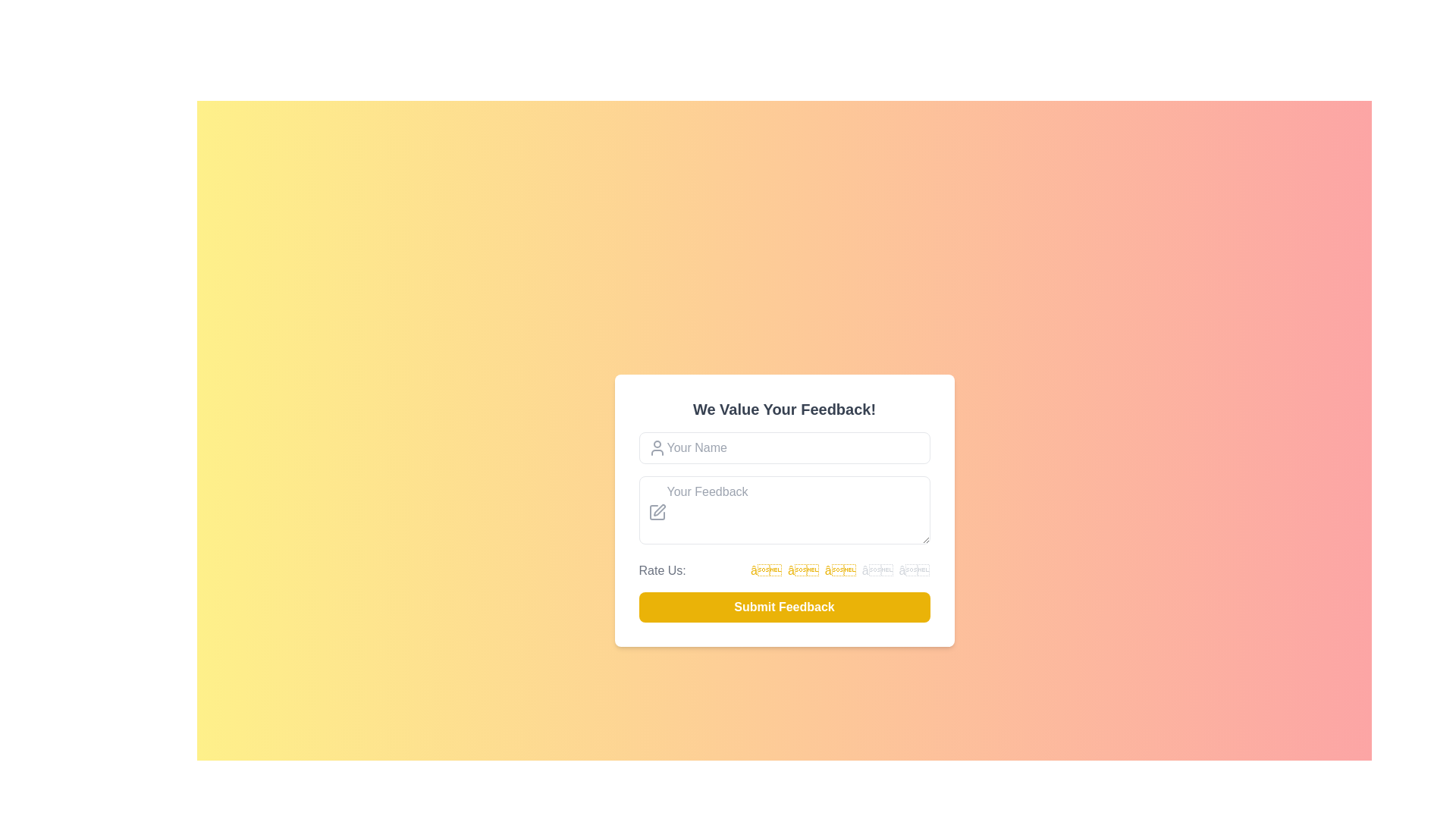 This screenshot has width=1456, height=819. What do you see at coordinates (659, 510) in the screenshot?
I see `the small light gray pen icon located in the top left corner of the feedback text area, which is part of an interactive text input field` at bounding box center [659, 510].